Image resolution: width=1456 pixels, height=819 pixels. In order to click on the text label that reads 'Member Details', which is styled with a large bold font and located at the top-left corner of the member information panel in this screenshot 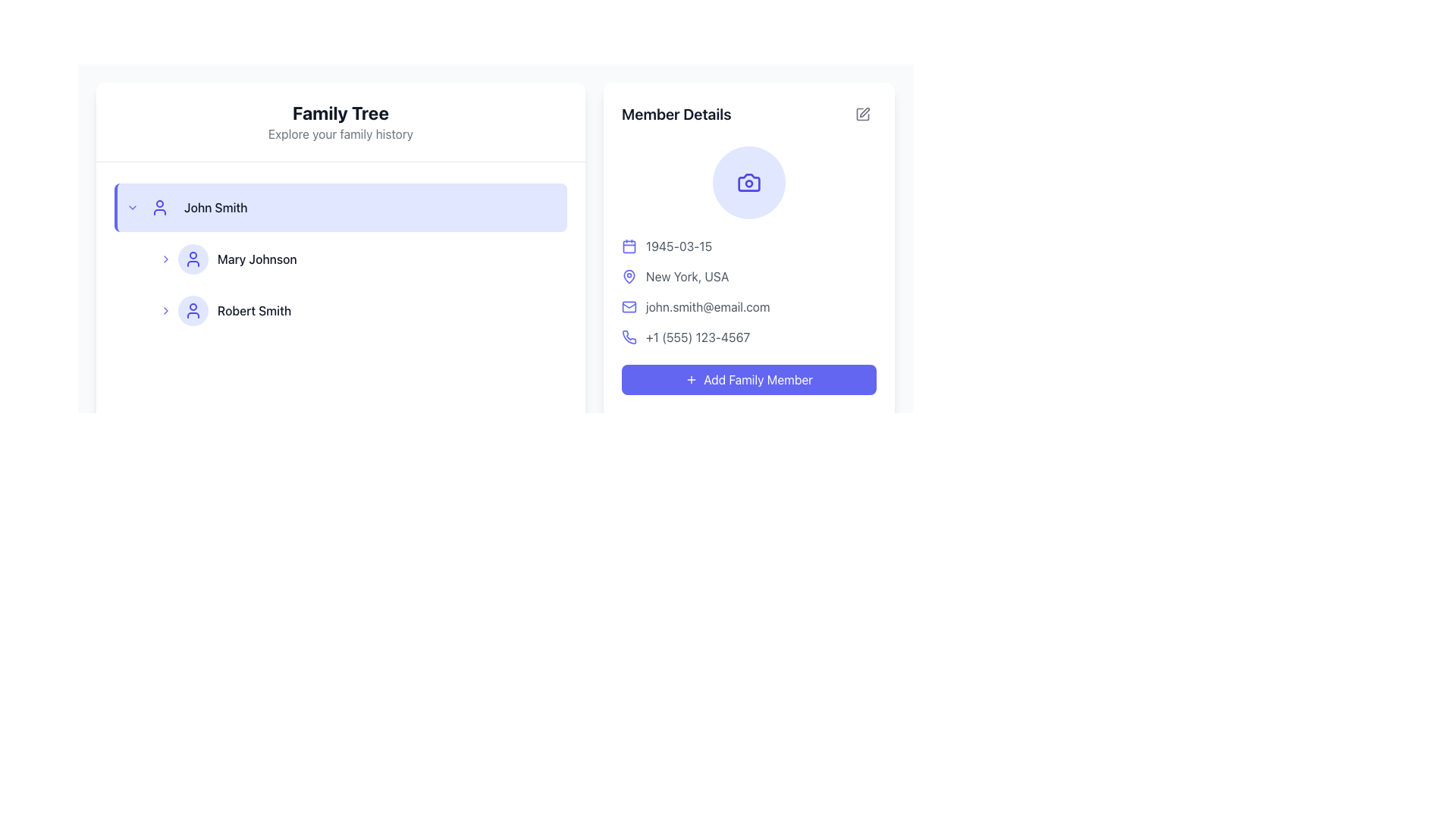, I will do `click(676, 113)`.